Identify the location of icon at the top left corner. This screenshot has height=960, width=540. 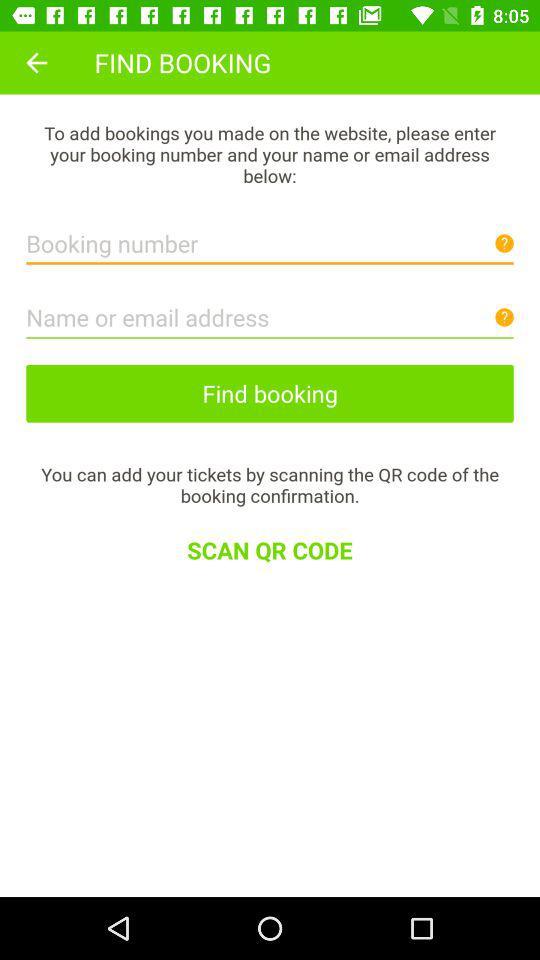
(36, 62).